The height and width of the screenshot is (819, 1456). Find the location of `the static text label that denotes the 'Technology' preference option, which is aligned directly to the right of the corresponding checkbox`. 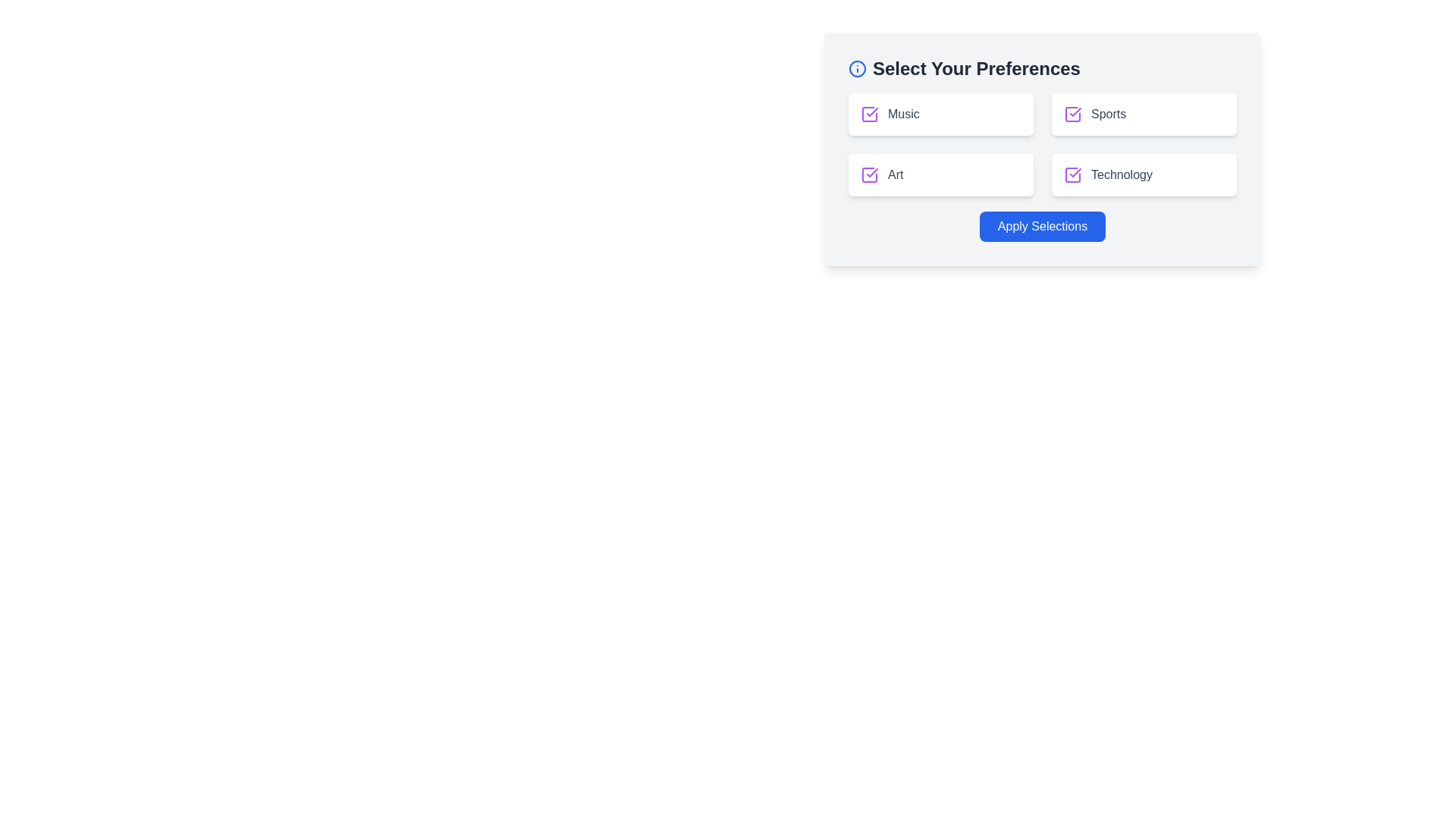

the static text label that denotes the 'Technology' preference option, which is aligned directly to the right of the corresponding checkbox is located at coordinates (1122, 174).